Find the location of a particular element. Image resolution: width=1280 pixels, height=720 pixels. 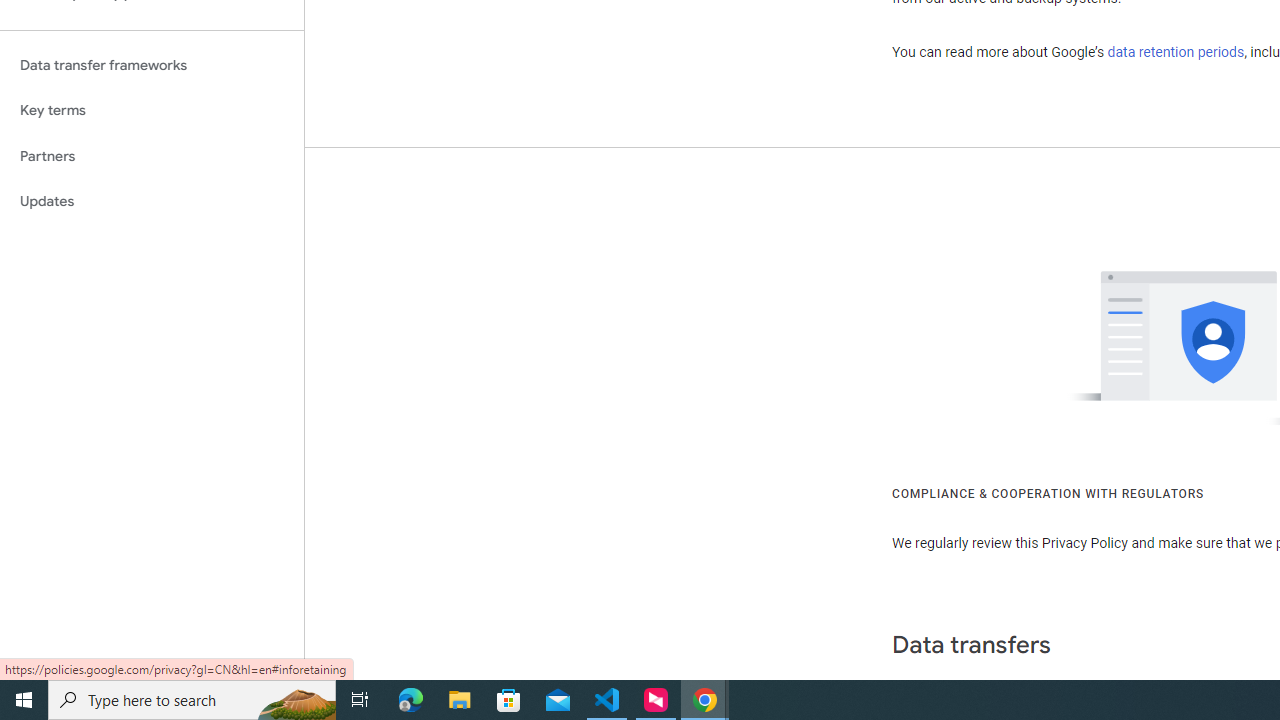

'data retention periods' is located at coordinates (1176, 51).